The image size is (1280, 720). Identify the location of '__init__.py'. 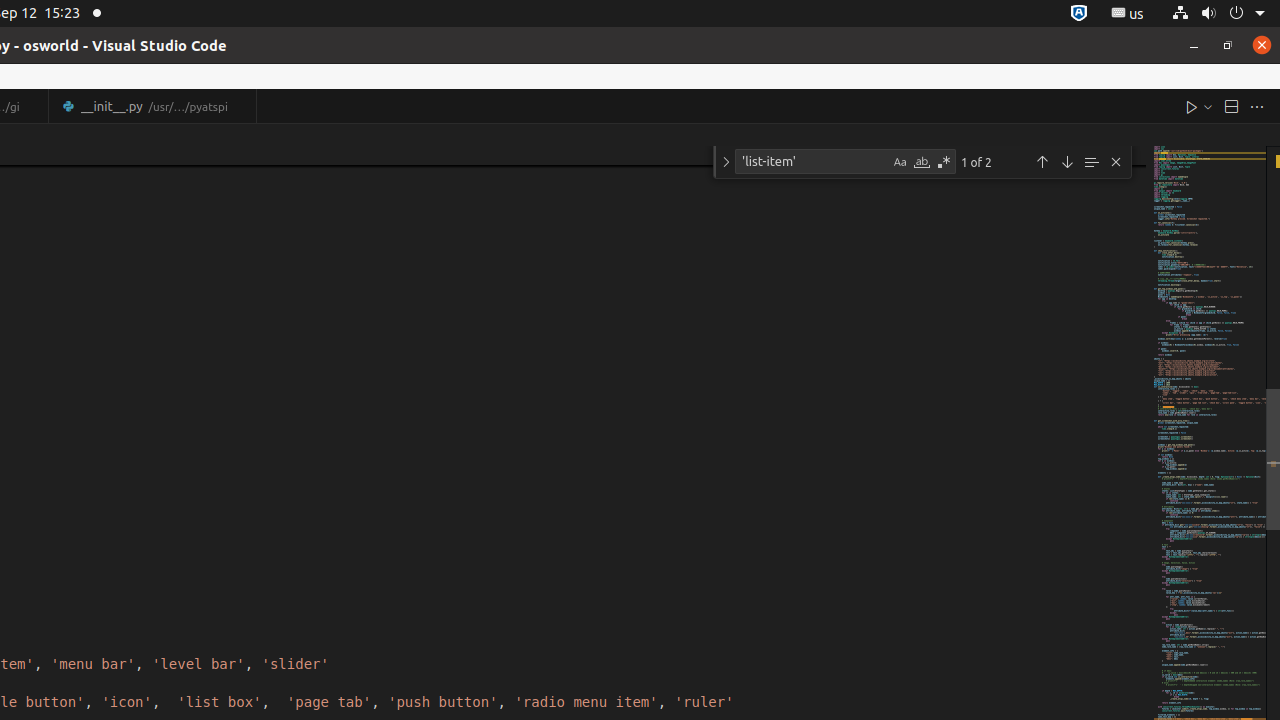
(151, 106).